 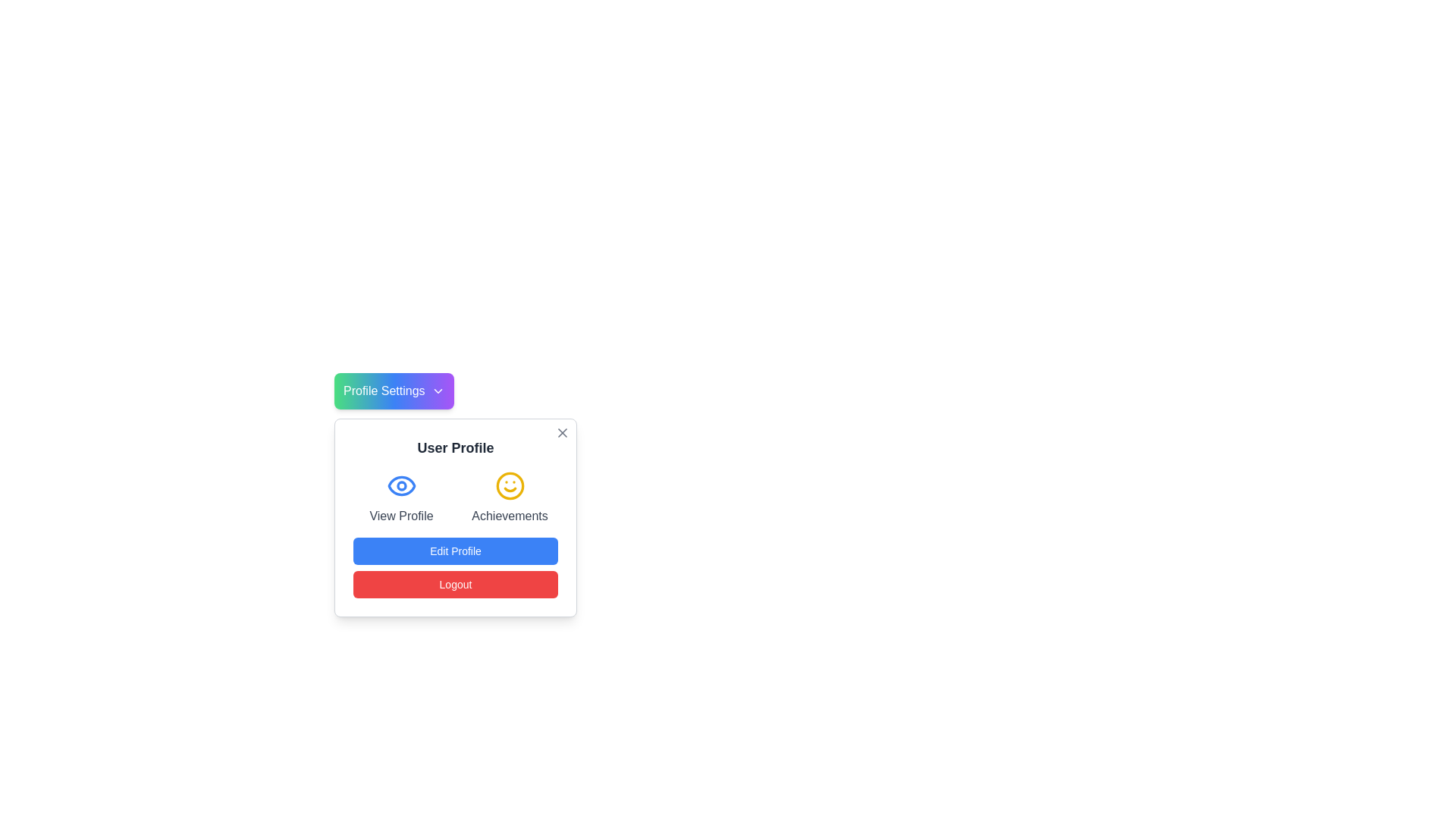 What do you see at coordinates (562, 432) in the screenshot?
I see `the close button located in the top-right corner of the 'User Profile' modal dialog` at bounding box center [562, 432].